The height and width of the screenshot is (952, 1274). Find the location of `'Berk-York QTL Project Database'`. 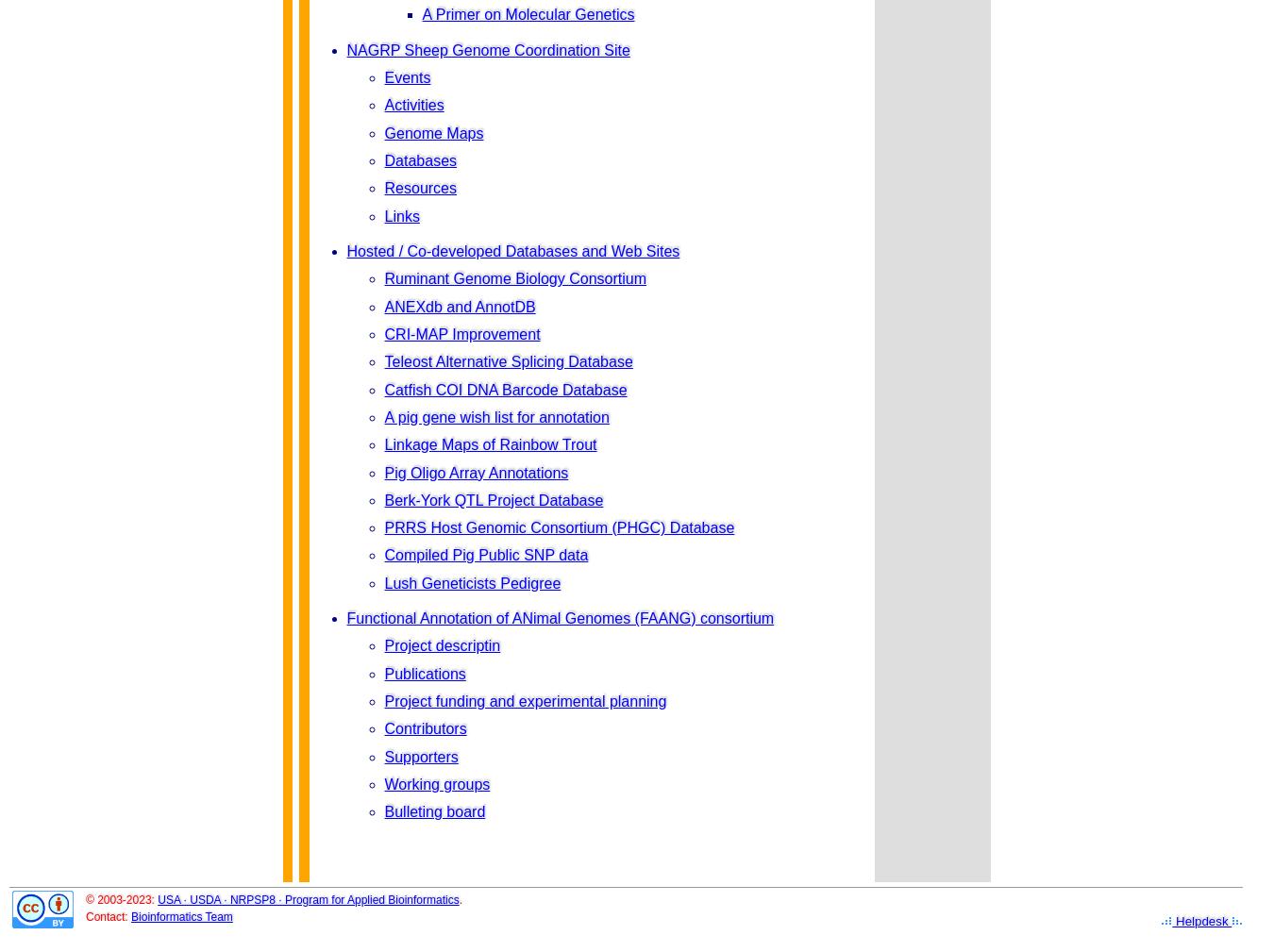

'Berk-York QTL Project Database' is located at coordinates (384, 499).